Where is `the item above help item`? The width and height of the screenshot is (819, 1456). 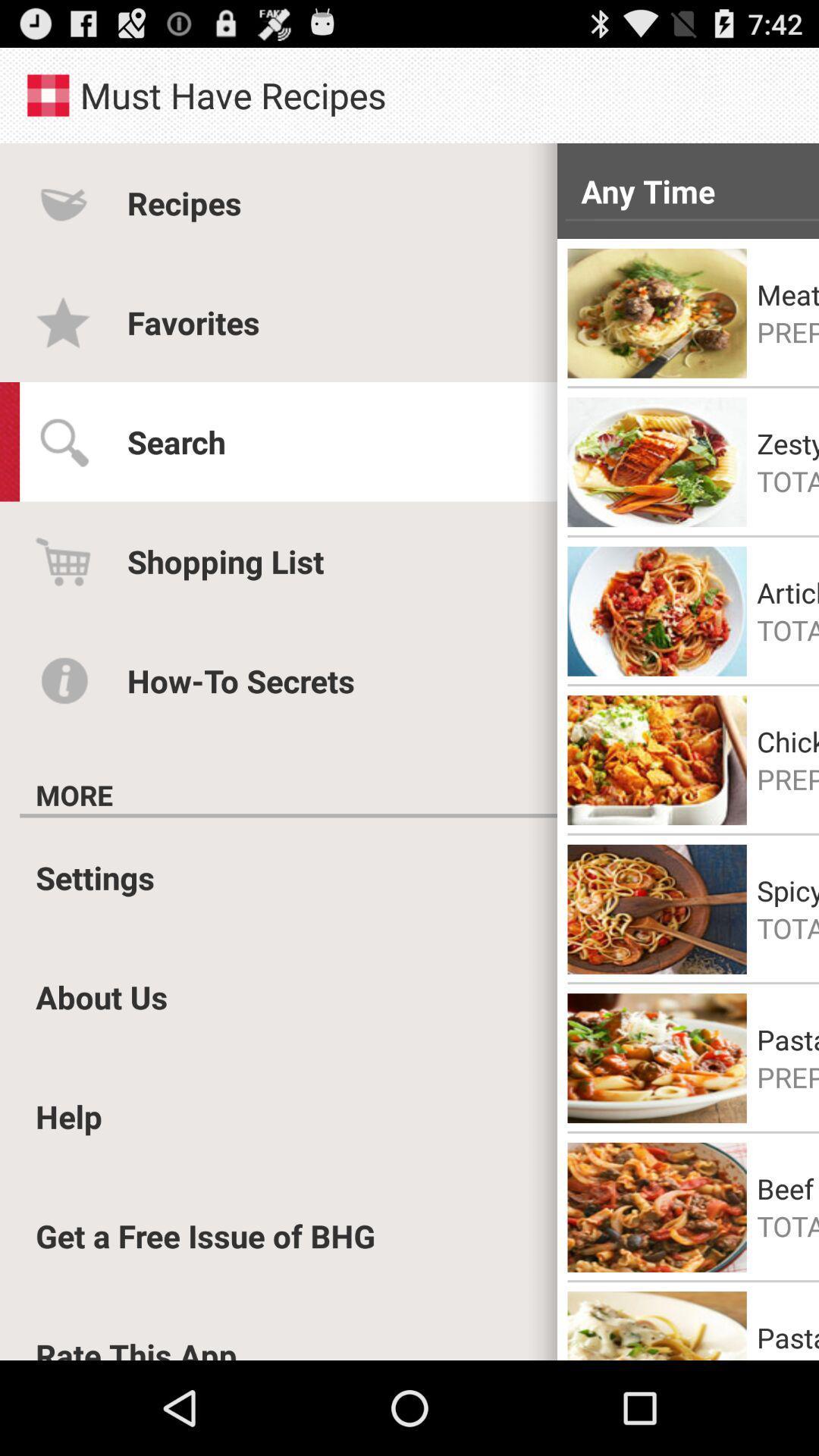
the item above help item is located at coordinates (102, 996).